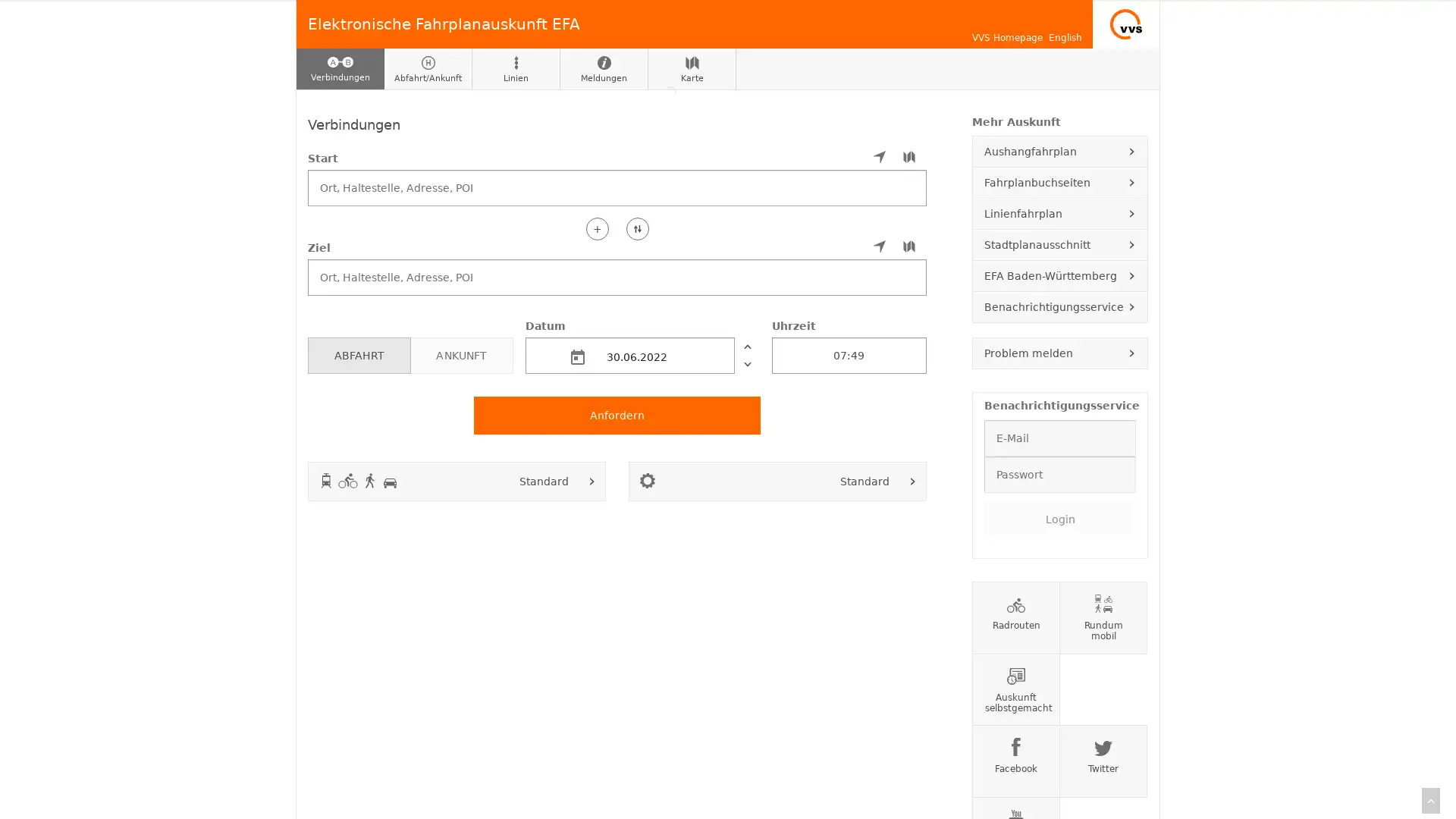  I want to click on +, so click(596, 227).